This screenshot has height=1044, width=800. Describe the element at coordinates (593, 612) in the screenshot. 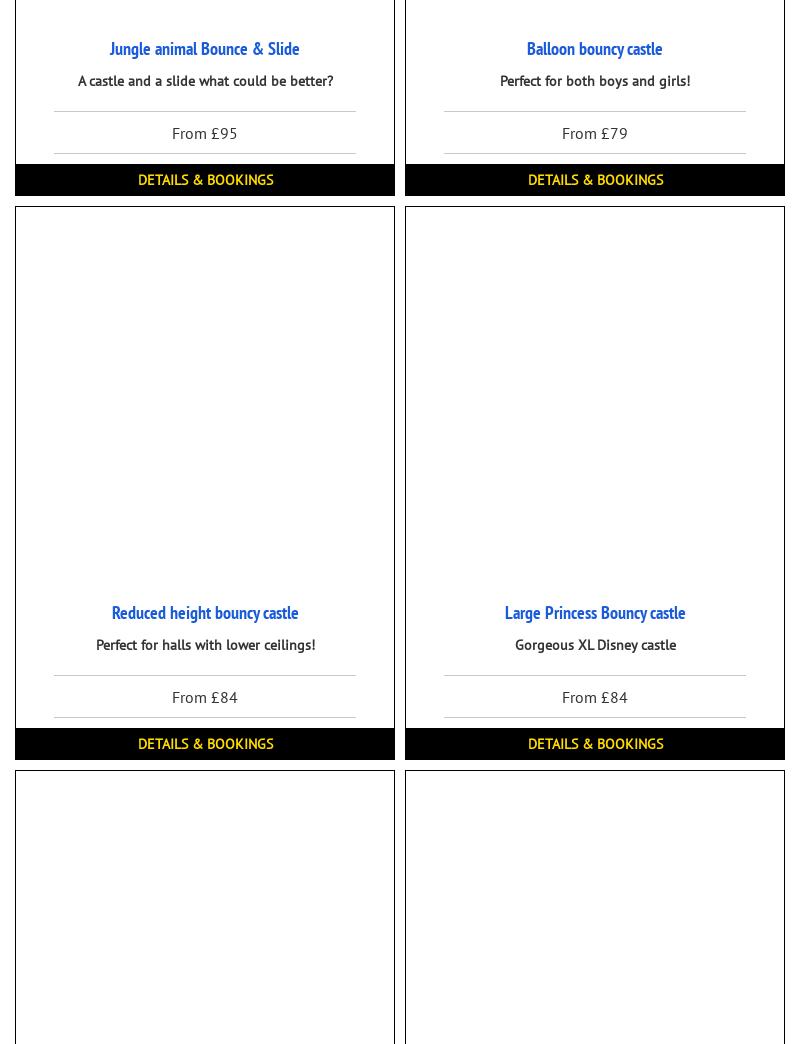

I see `'Large Princess Bouncy castle'` at that location.